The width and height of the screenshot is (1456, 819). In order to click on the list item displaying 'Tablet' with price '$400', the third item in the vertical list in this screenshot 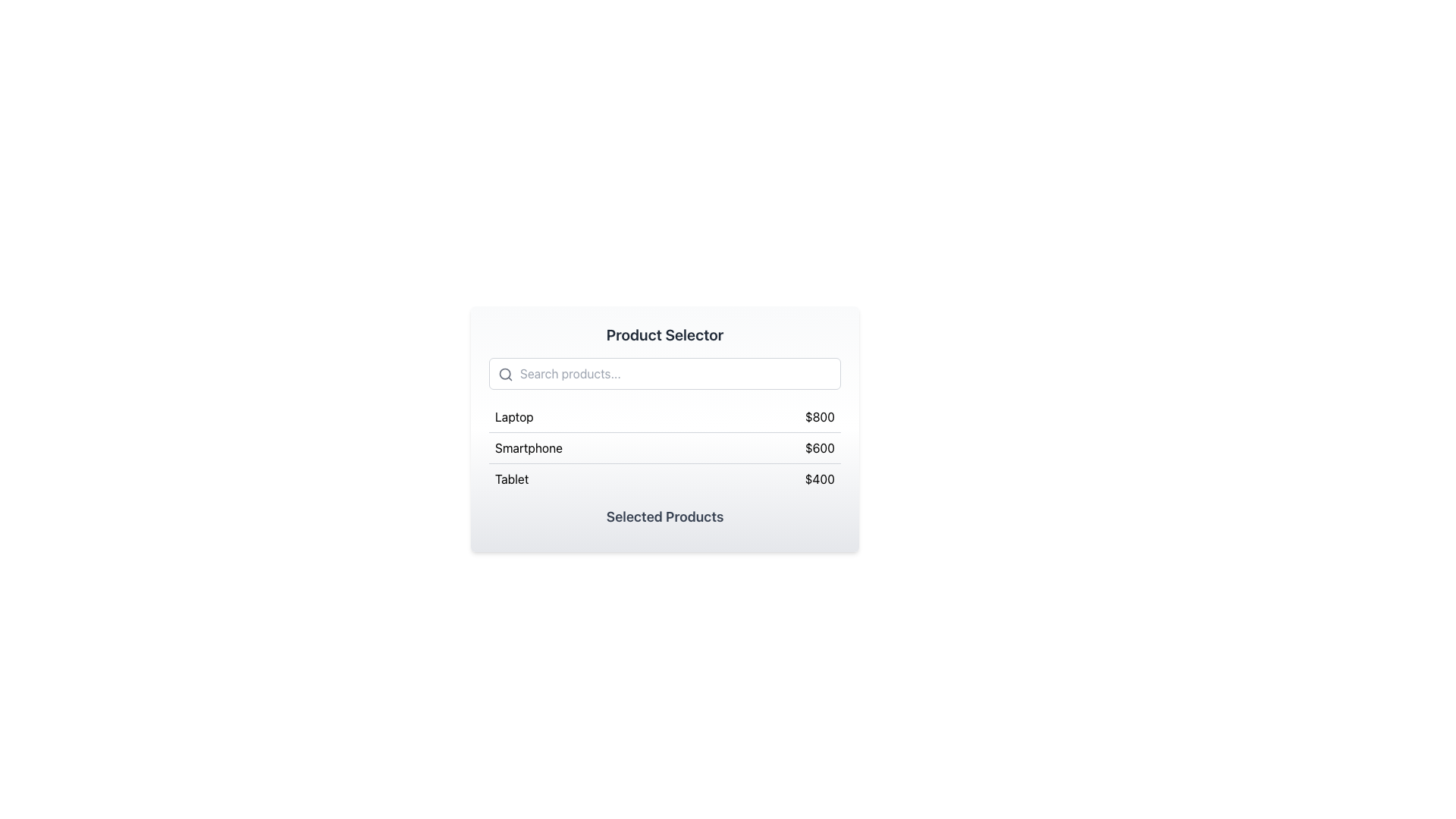, I will do `click(665, 479)`.